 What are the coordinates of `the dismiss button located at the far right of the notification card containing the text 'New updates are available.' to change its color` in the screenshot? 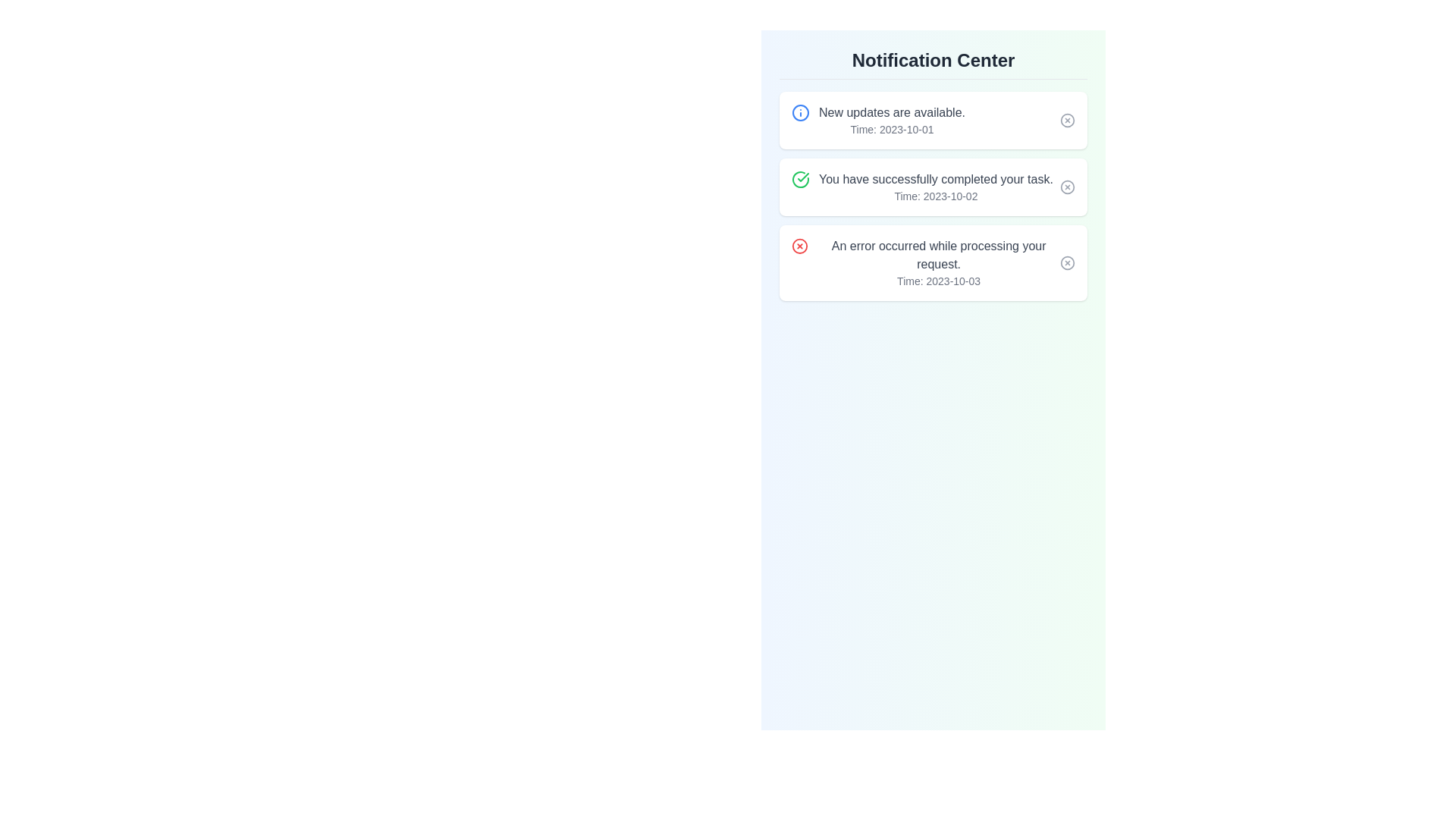 It's located at (1066, 119).